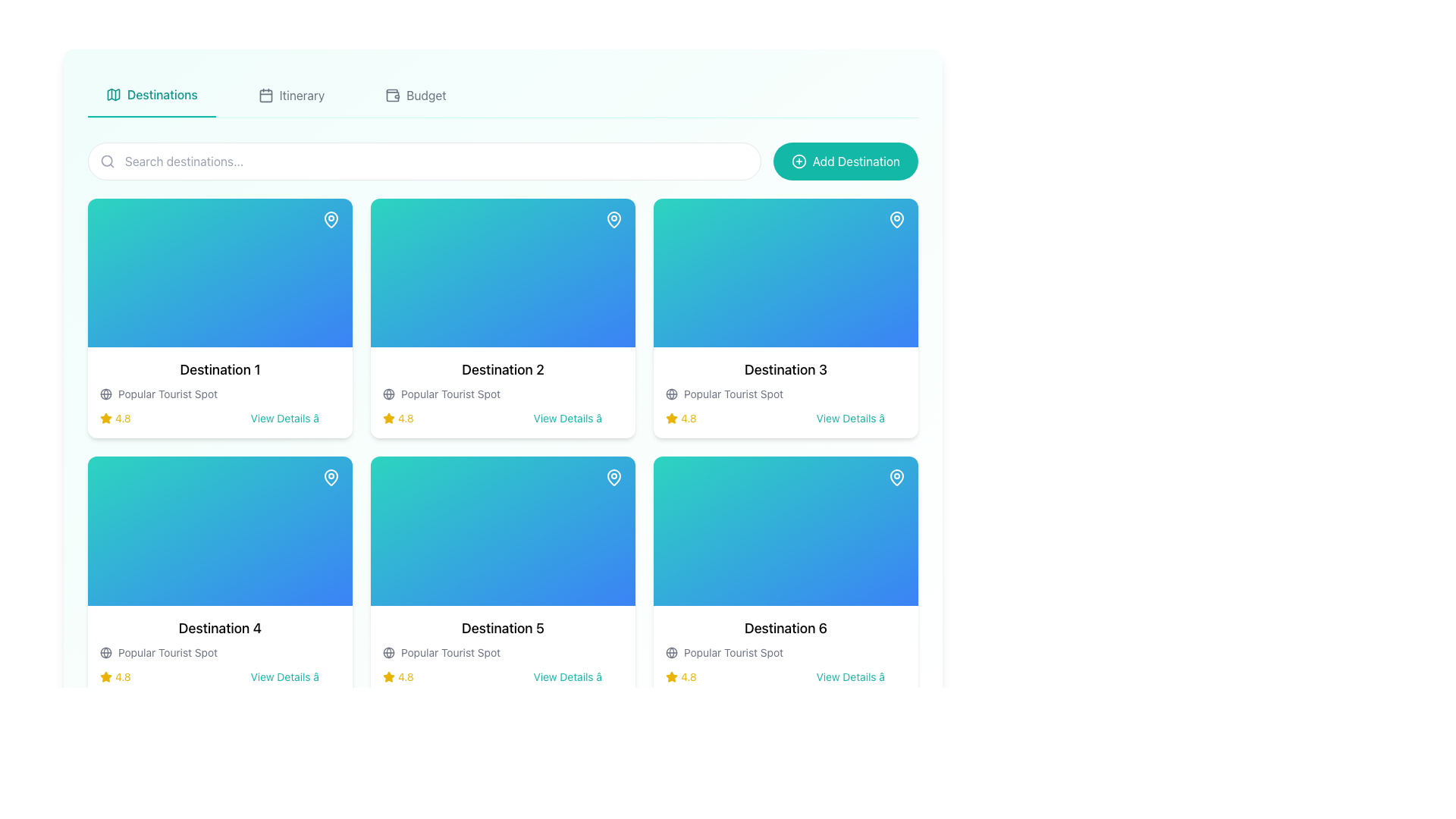  Describe the element at coordinates (503, 370) in the screenshot. I see `the static text label displaying 'Destination 2', which is positioned in the center of its card in the Destinations section` at that location.